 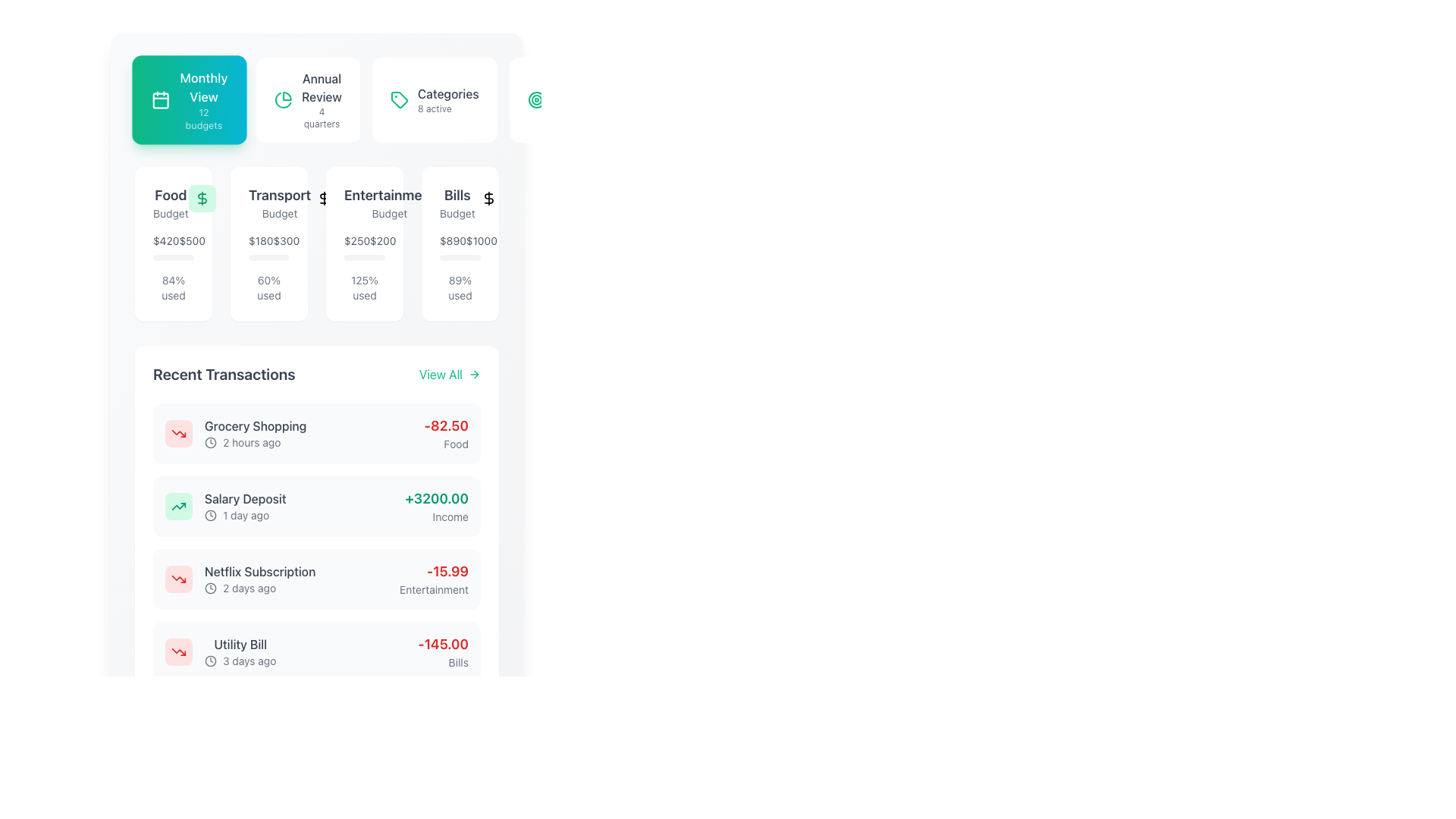 I want to click on the first List item (transaction record) under the 'Recent Transactions' section, which shows 'Grocery Shopping', so click(x=235, y=433).